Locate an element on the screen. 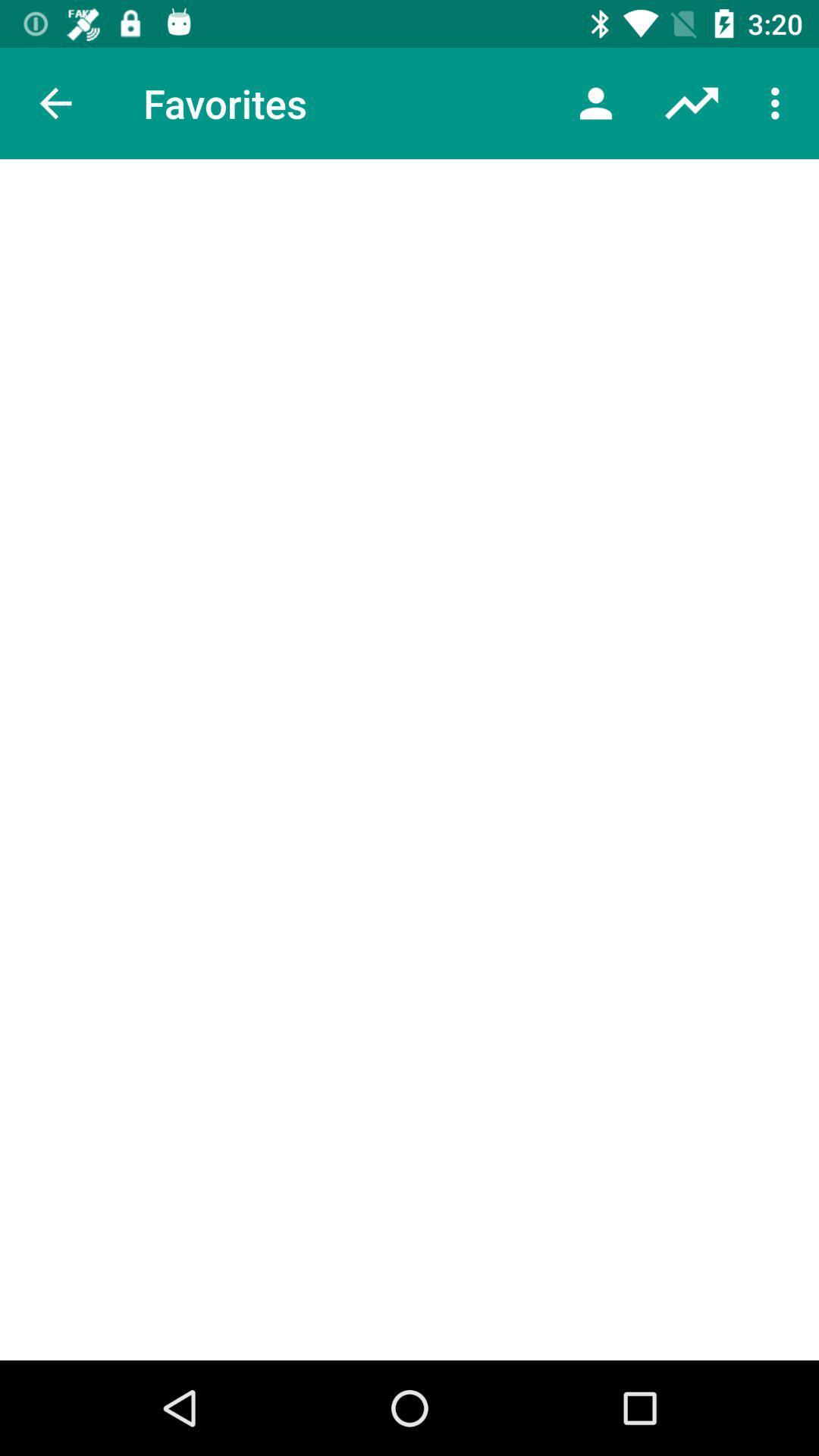 This screenshot has width=819, height=1456. the icon at the center is located at coordinates (409, 760).